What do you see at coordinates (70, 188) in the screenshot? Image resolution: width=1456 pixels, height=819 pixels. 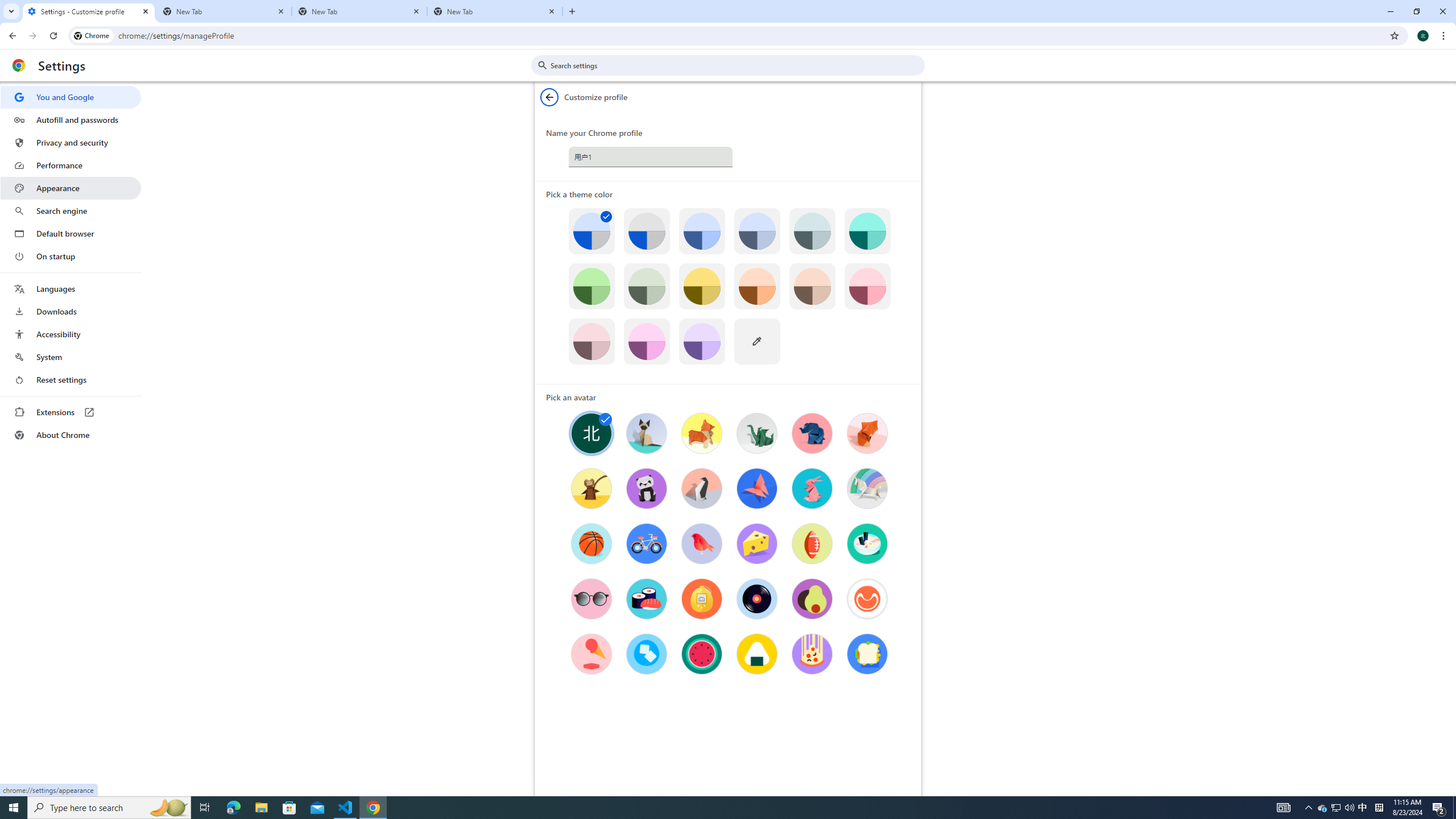 I see `'Appearance'` at bounding box center [70, 188].